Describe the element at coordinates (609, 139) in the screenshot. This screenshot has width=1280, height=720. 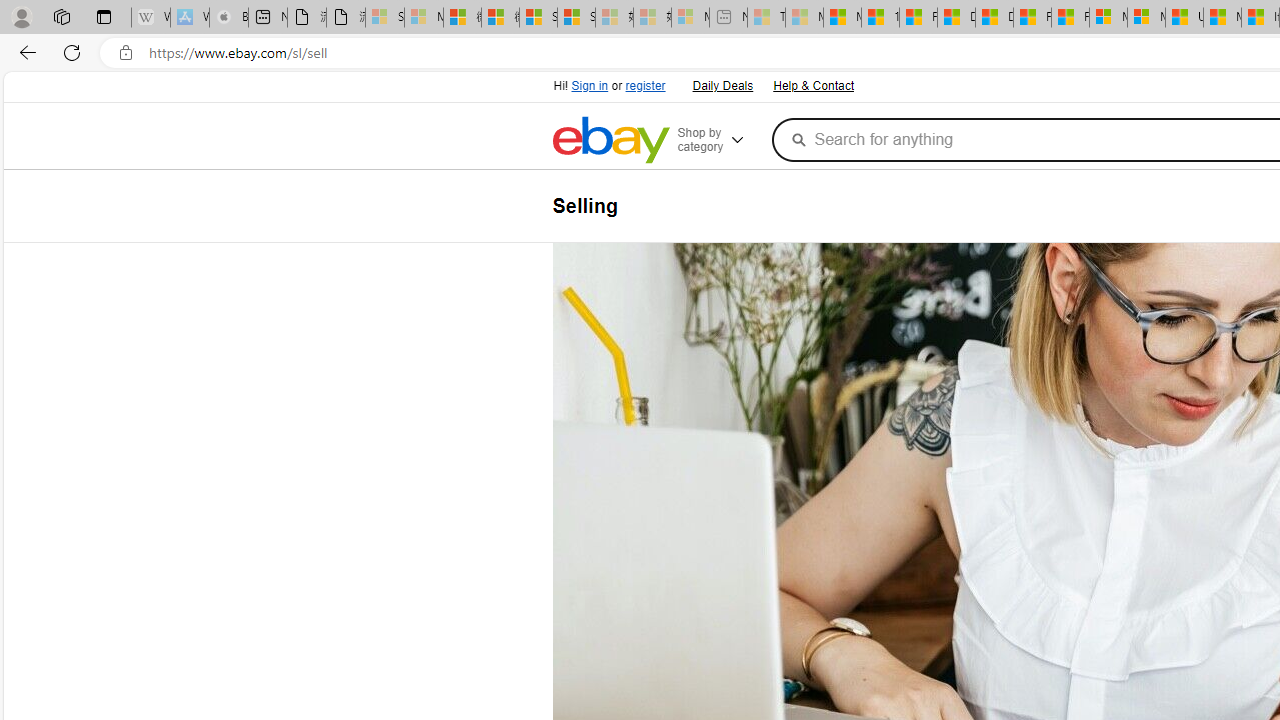
I see `'eBay Home'` at that location.